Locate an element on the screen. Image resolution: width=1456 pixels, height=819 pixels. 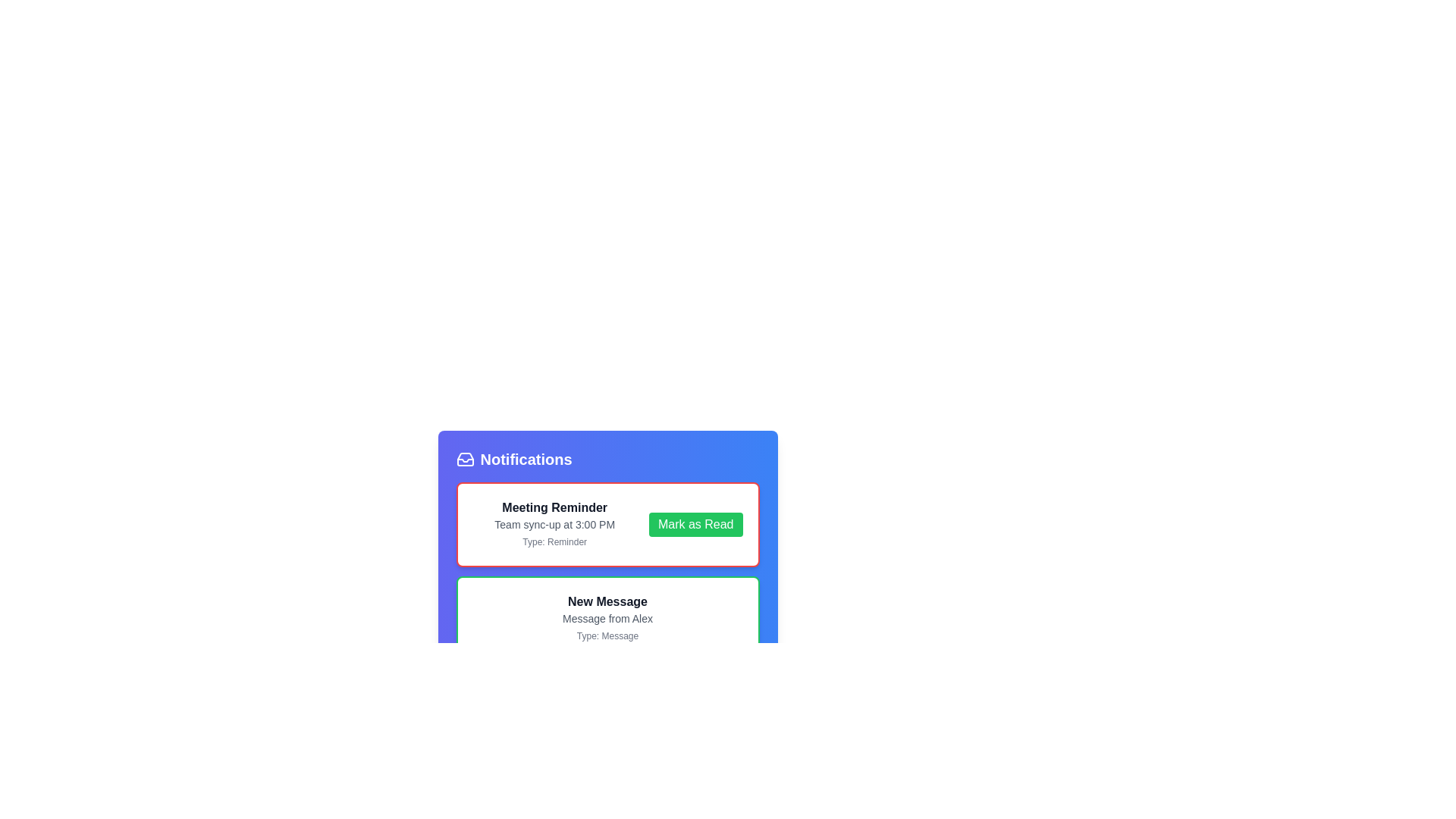
informational text about the scheduled activity or meeting time located beneath the 'Meeting Reminder' text and above the 'Type: Reminder' text in the notification panel is located at coordinates (554, 523).